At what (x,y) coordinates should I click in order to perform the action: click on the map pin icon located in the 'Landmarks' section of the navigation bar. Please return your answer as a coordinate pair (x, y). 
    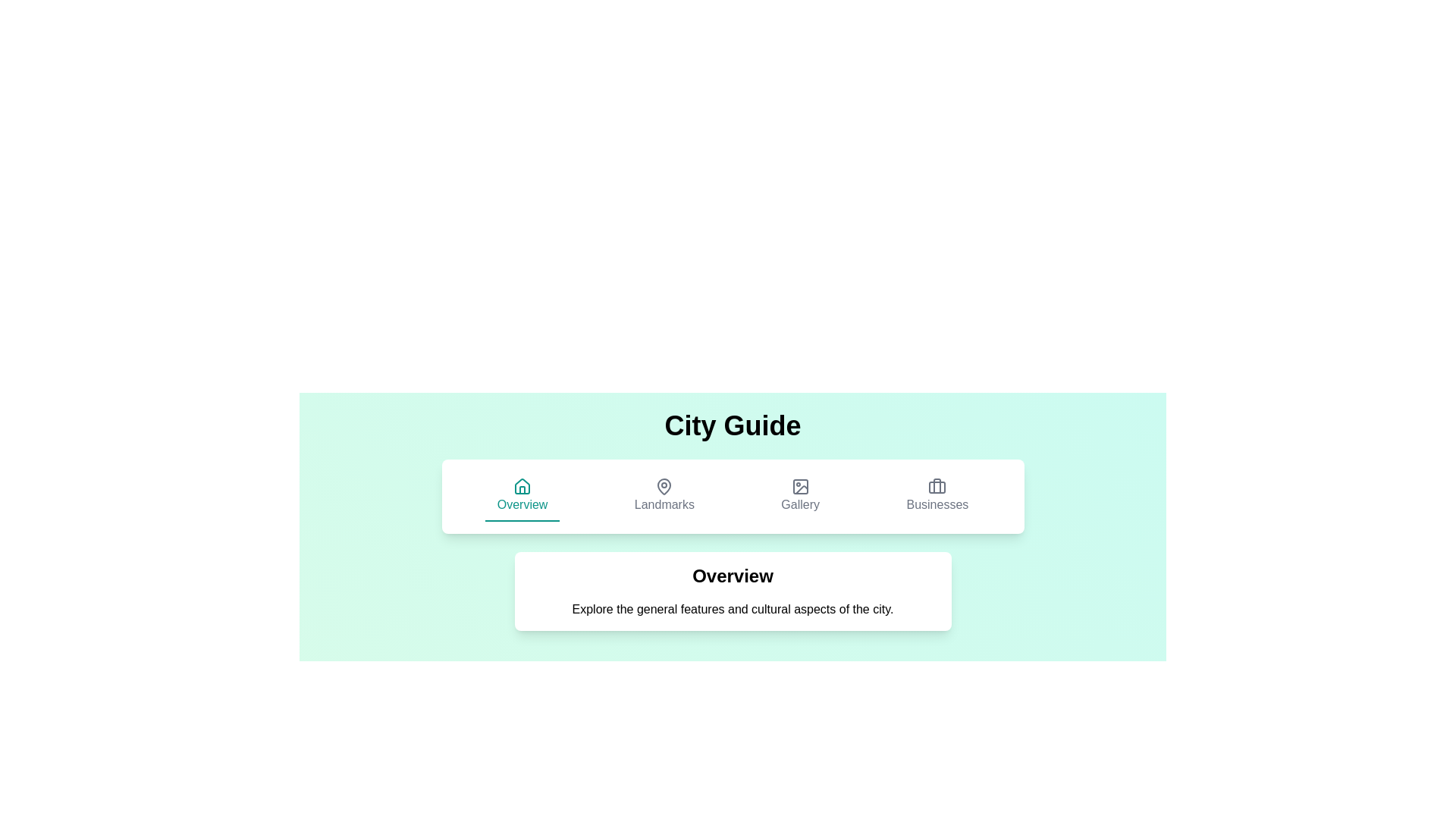
    Looking at the image, I should click on (664, 486).